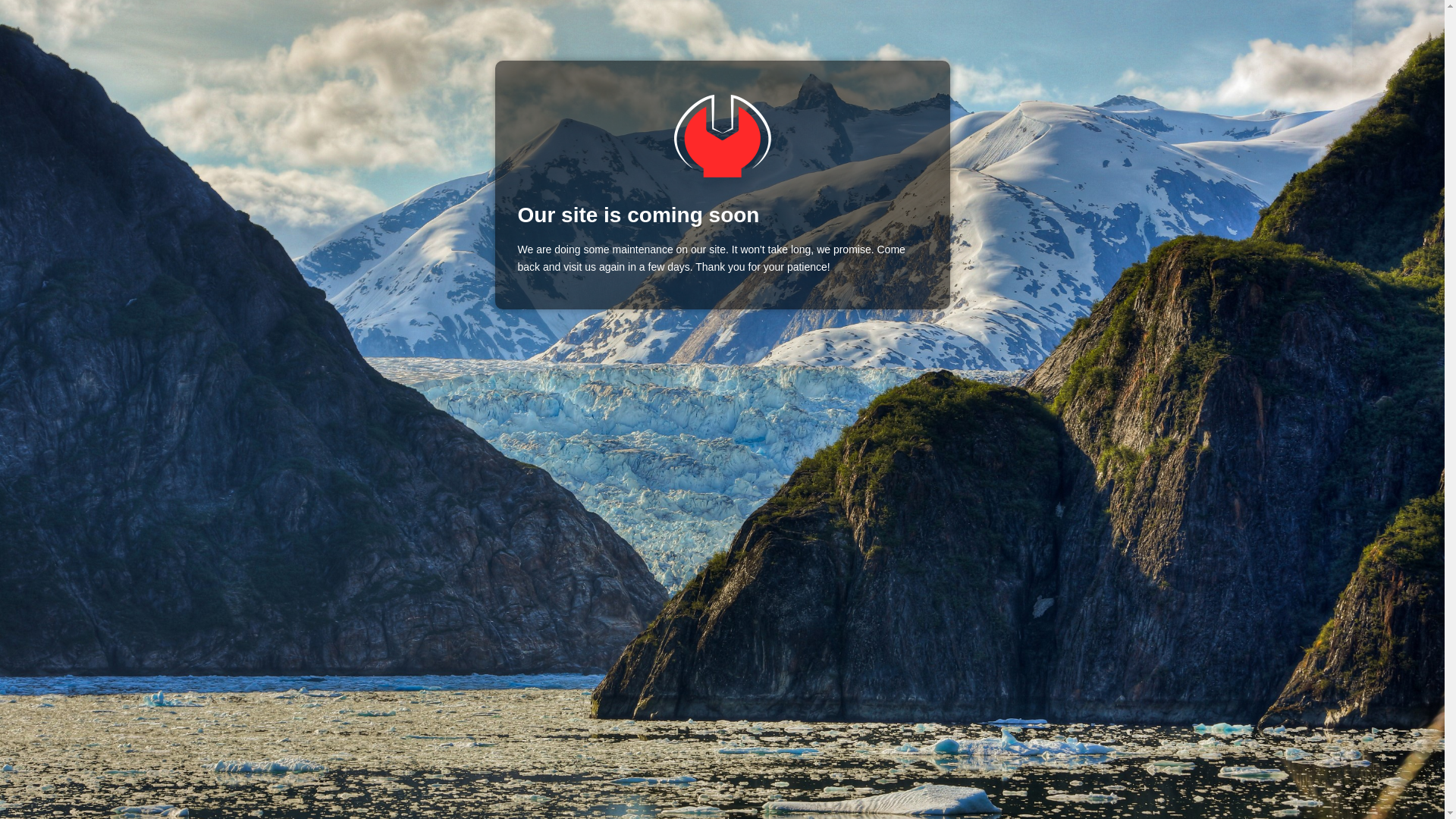 The width and height of the screenshot is (1456, 819). What do you see at coordinates (720, 135) in the screenshot?
I see `'Neesh Property'` at bounding box center [720, 135].